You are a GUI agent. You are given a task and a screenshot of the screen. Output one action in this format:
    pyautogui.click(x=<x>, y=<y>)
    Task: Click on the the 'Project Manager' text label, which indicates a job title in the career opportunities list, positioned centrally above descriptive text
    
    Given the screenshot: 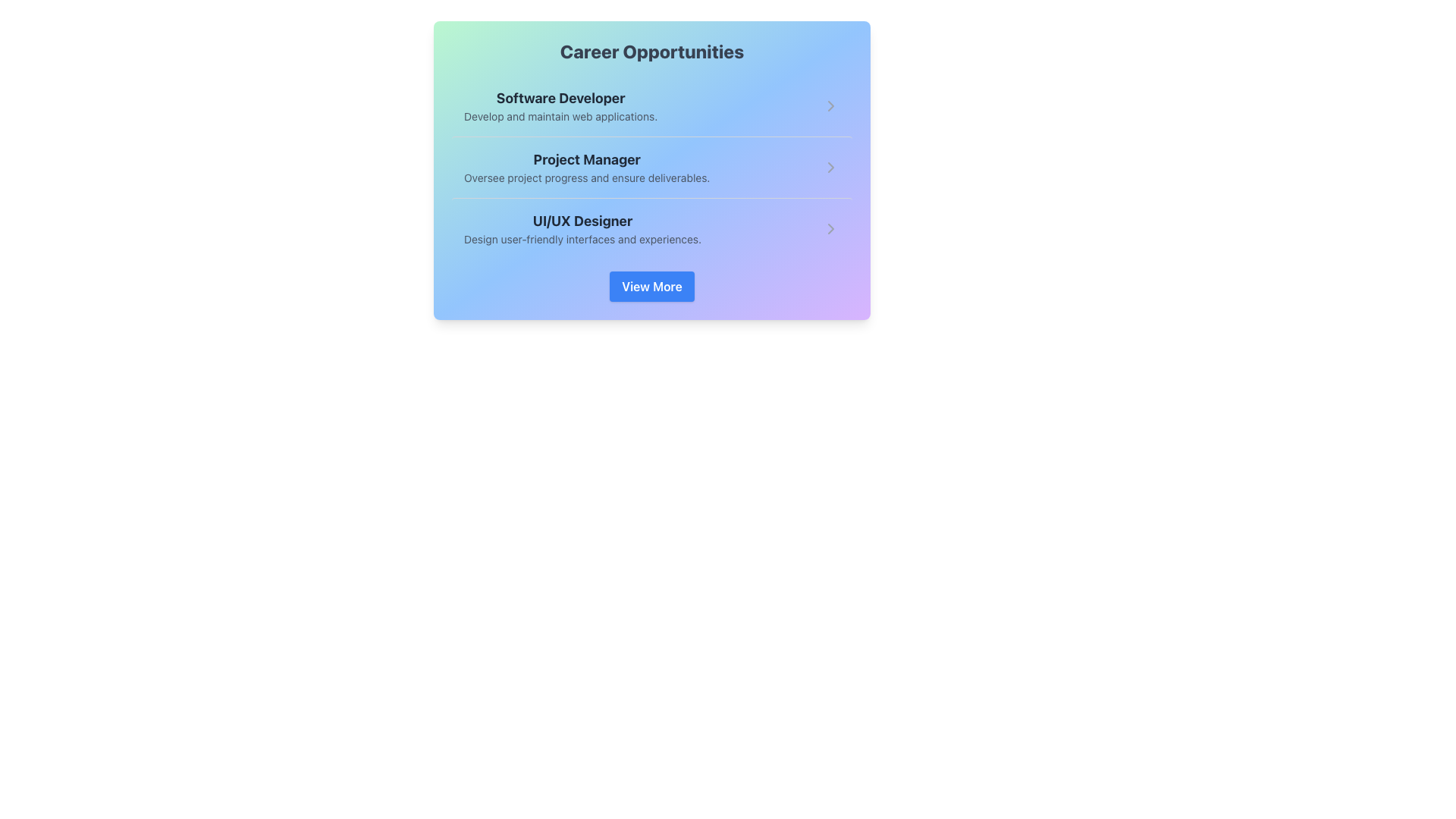 What is the action you would take?
    pyautogui.click(x=586, y=160)
    